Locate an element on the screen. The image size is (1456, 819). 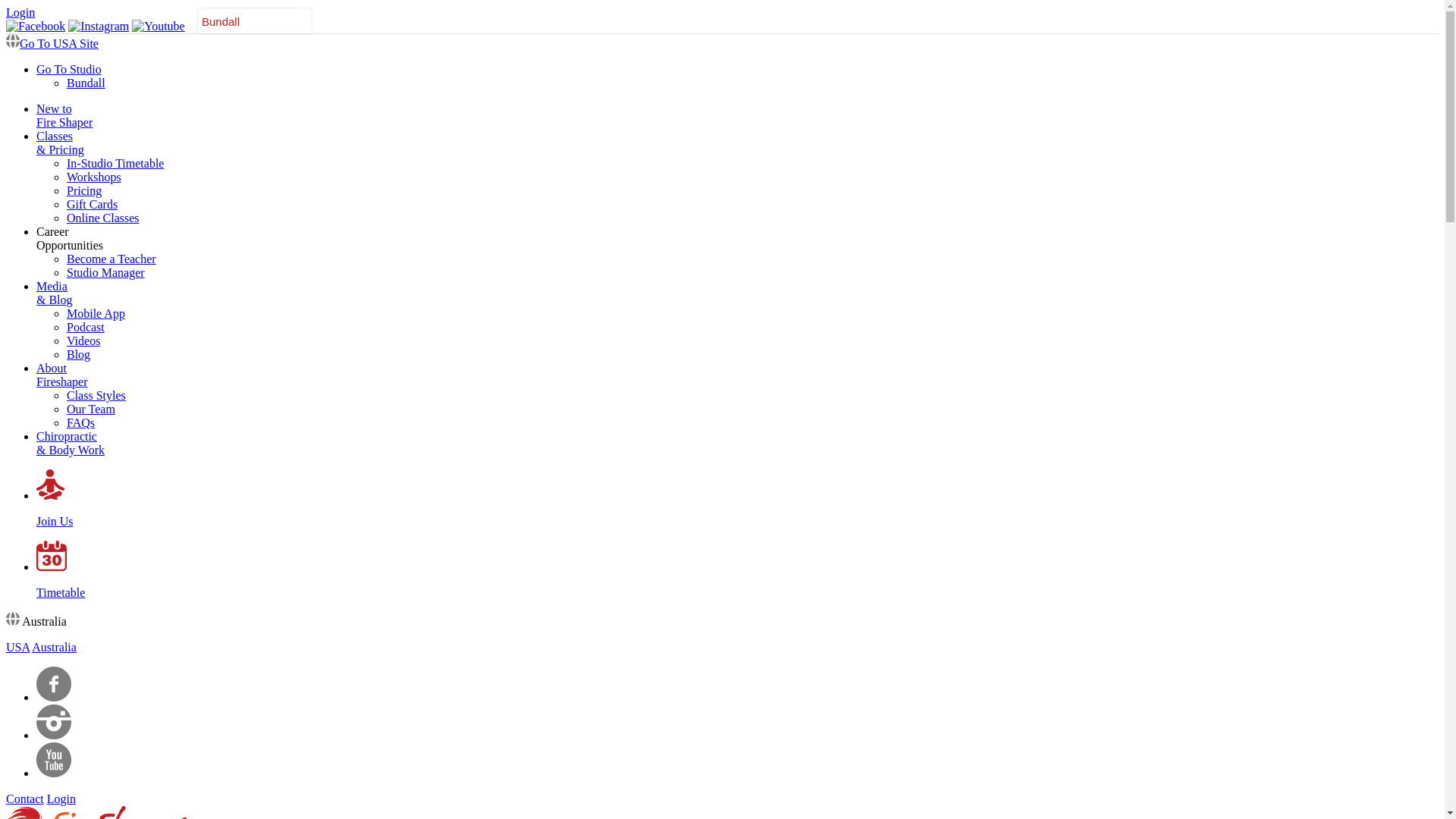
'Timetable' is located at coordinates (737, 579).